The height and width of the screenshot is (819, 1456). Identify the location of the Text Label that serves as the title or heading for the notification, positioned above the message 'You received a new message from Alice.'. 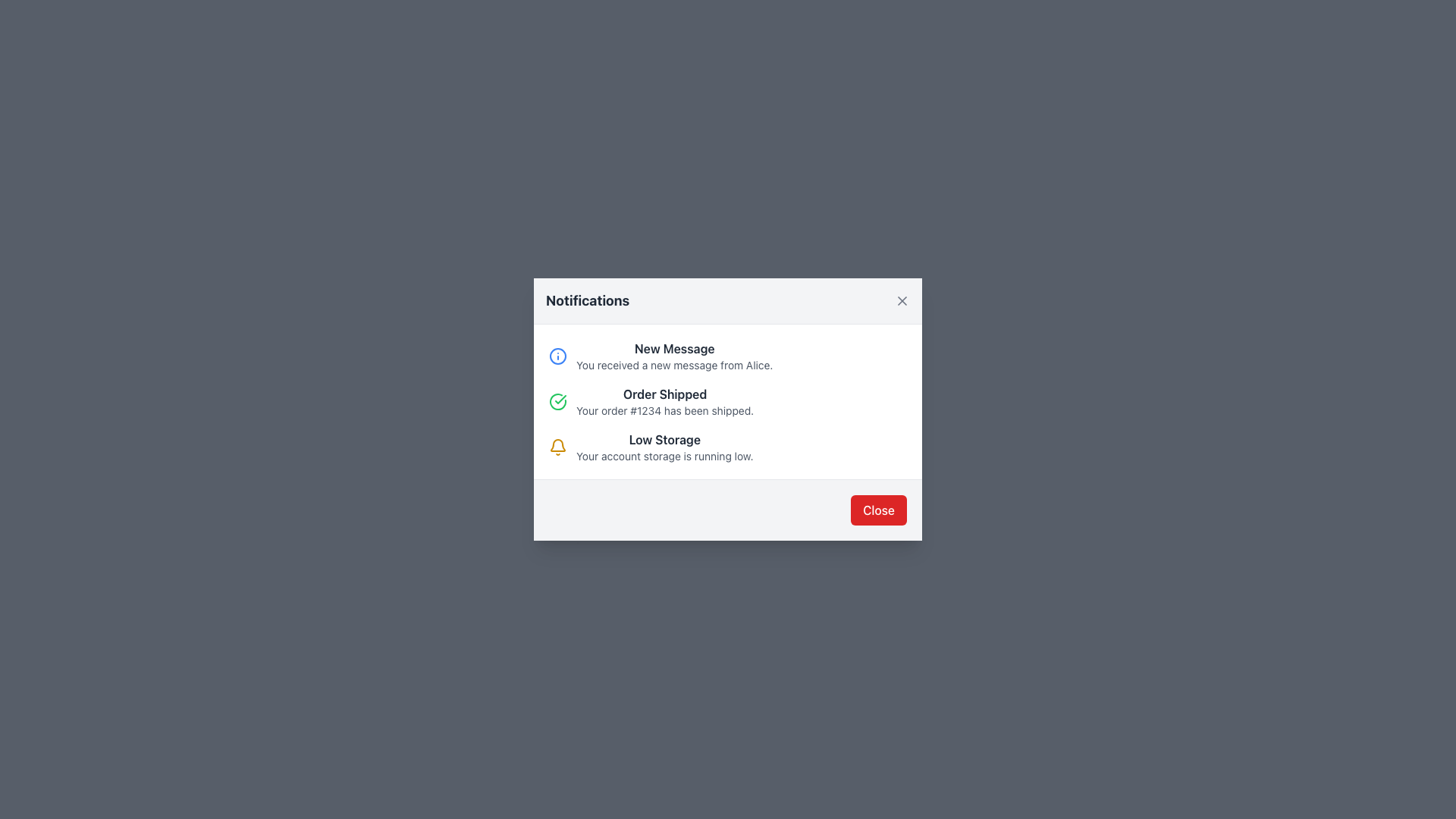
(673, 348).